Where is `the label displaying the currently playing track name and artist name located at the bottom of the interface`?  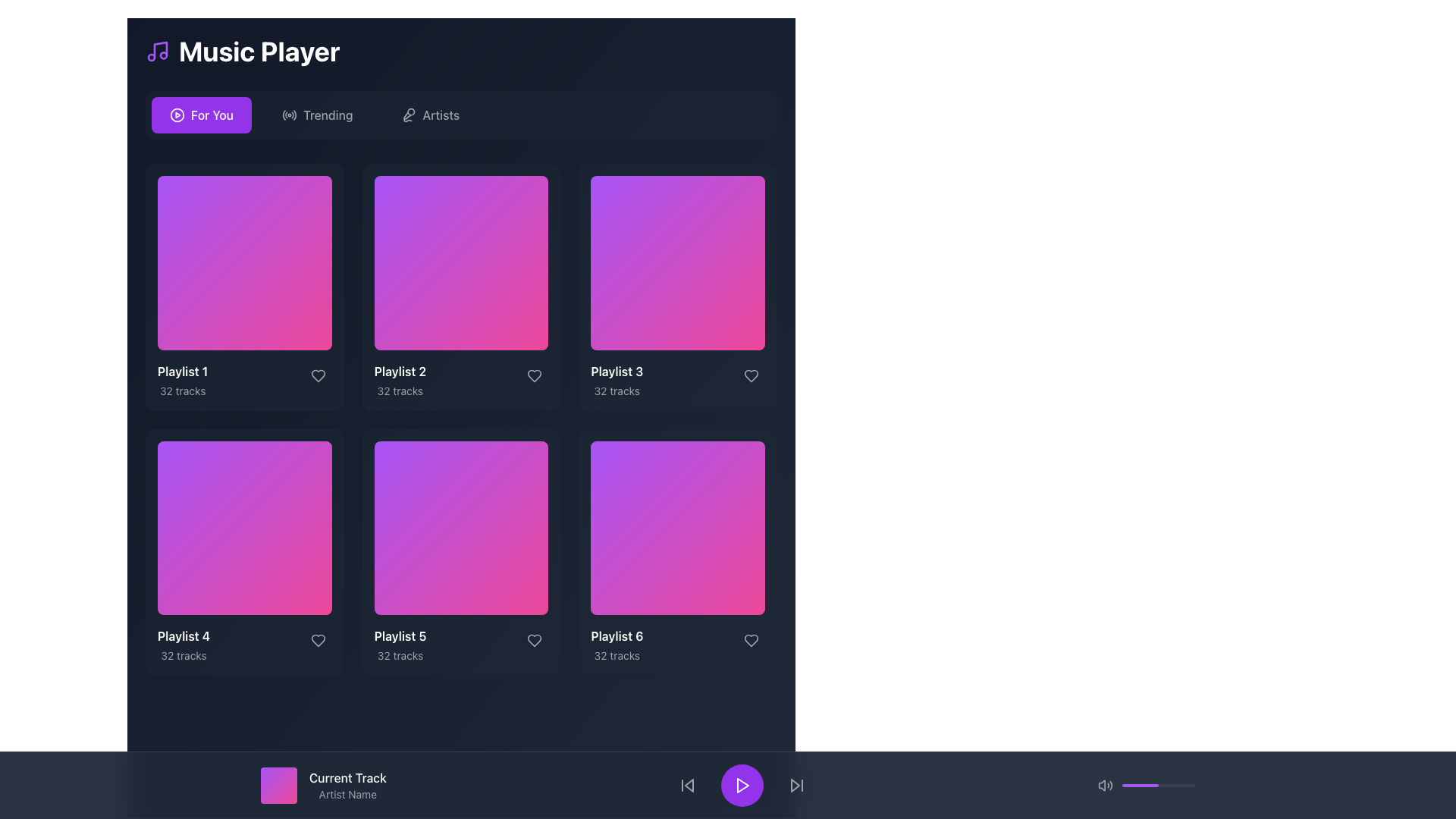 the label displaying the currently playing track name and artist name located at the bottom of the interface is located at coordinates (347, 785).